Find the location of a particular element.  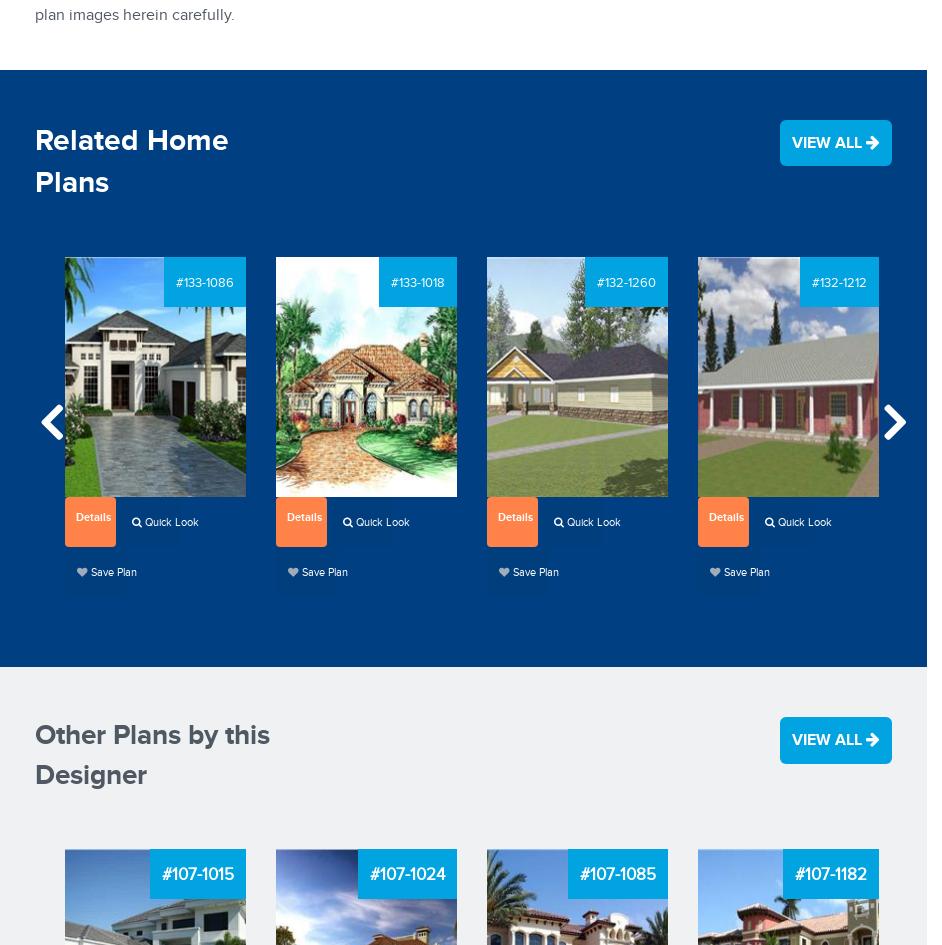

'Other Plans by this Designer' is located at coordinates (151, 755).